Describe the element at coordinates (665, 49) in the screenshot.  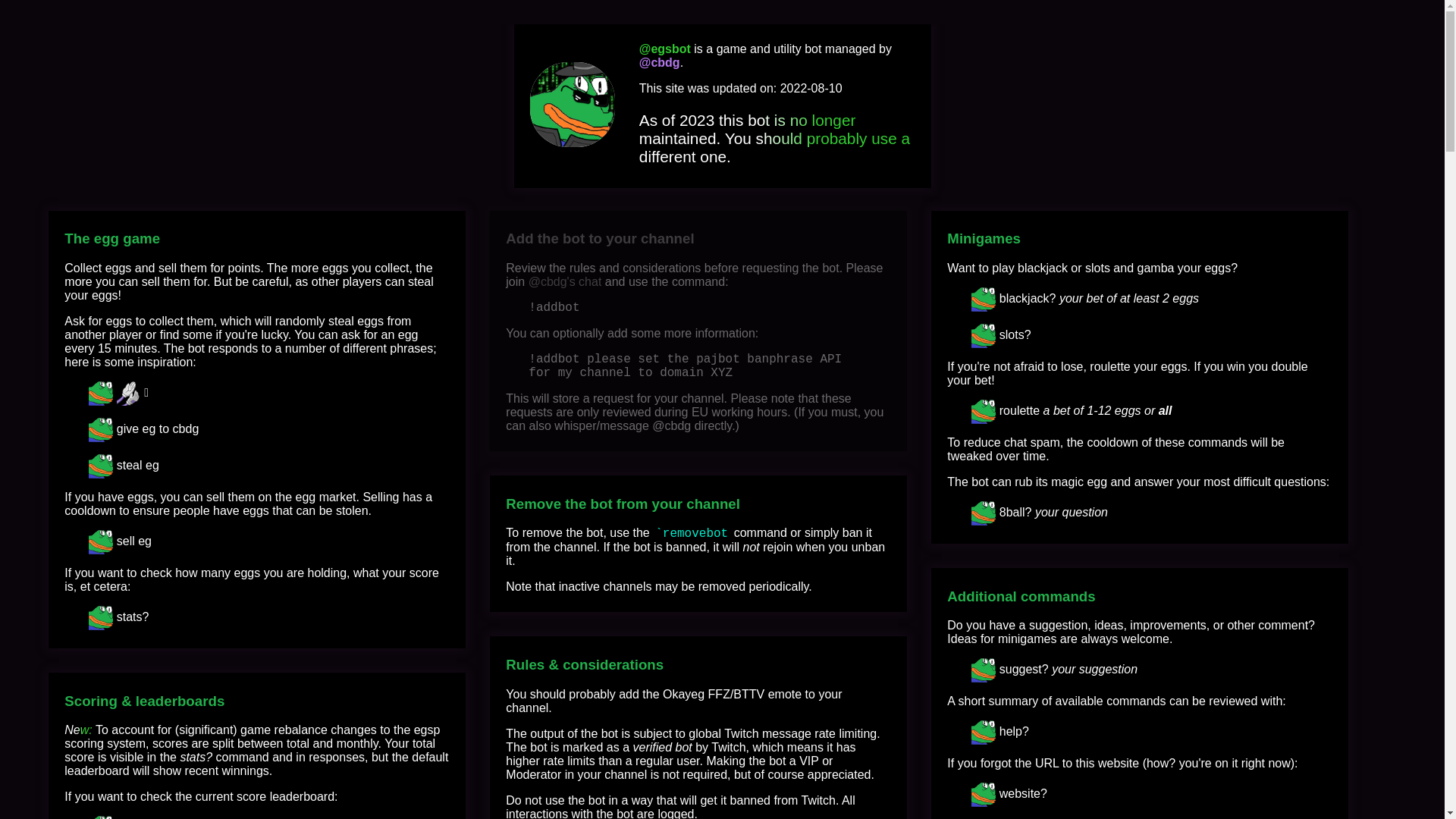
I see `'@egsbot'` at that location.